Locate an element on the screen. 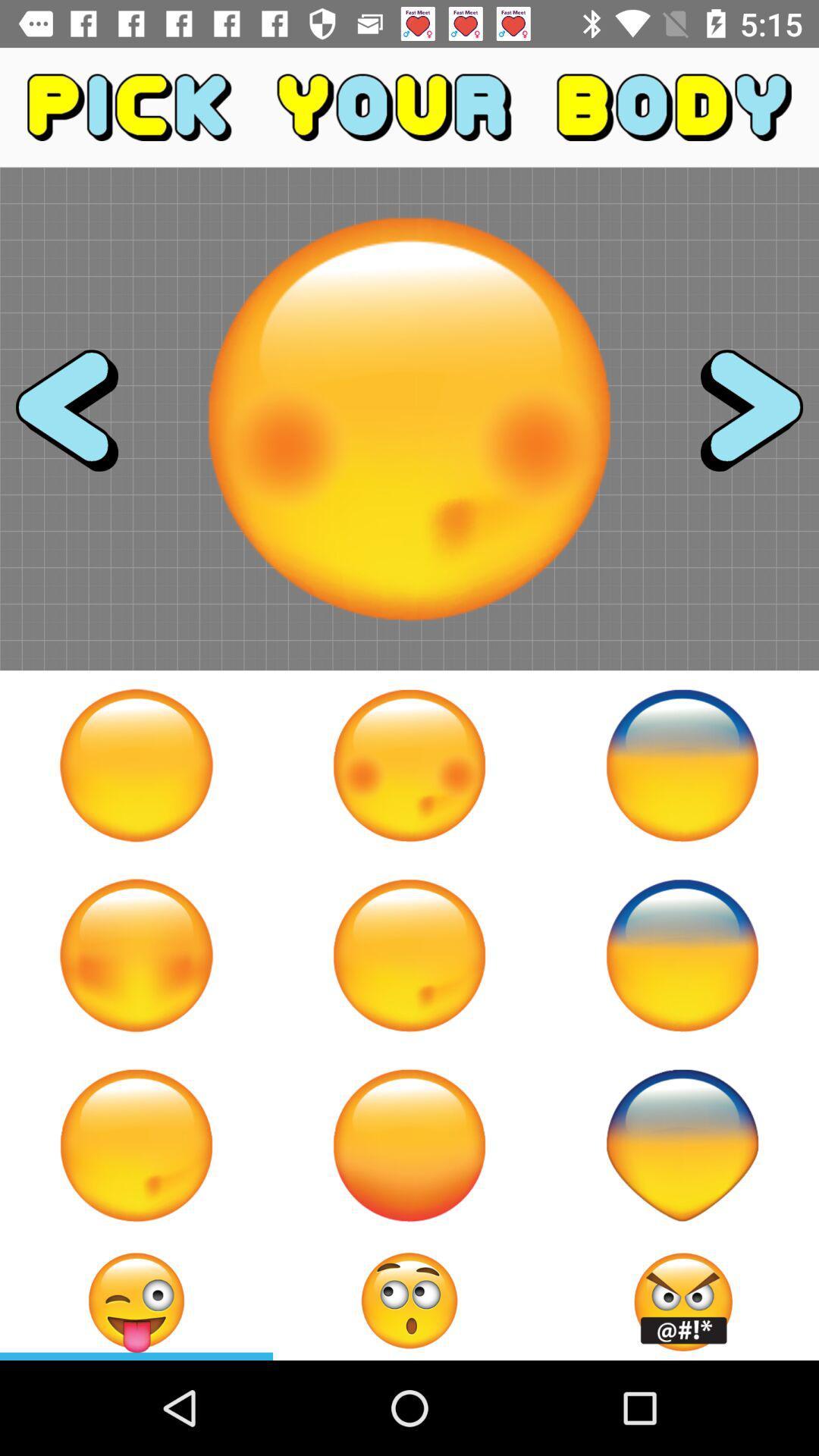 The height and width of the screenshot is (1456, 819). body is located at coordinates (681, 1145).